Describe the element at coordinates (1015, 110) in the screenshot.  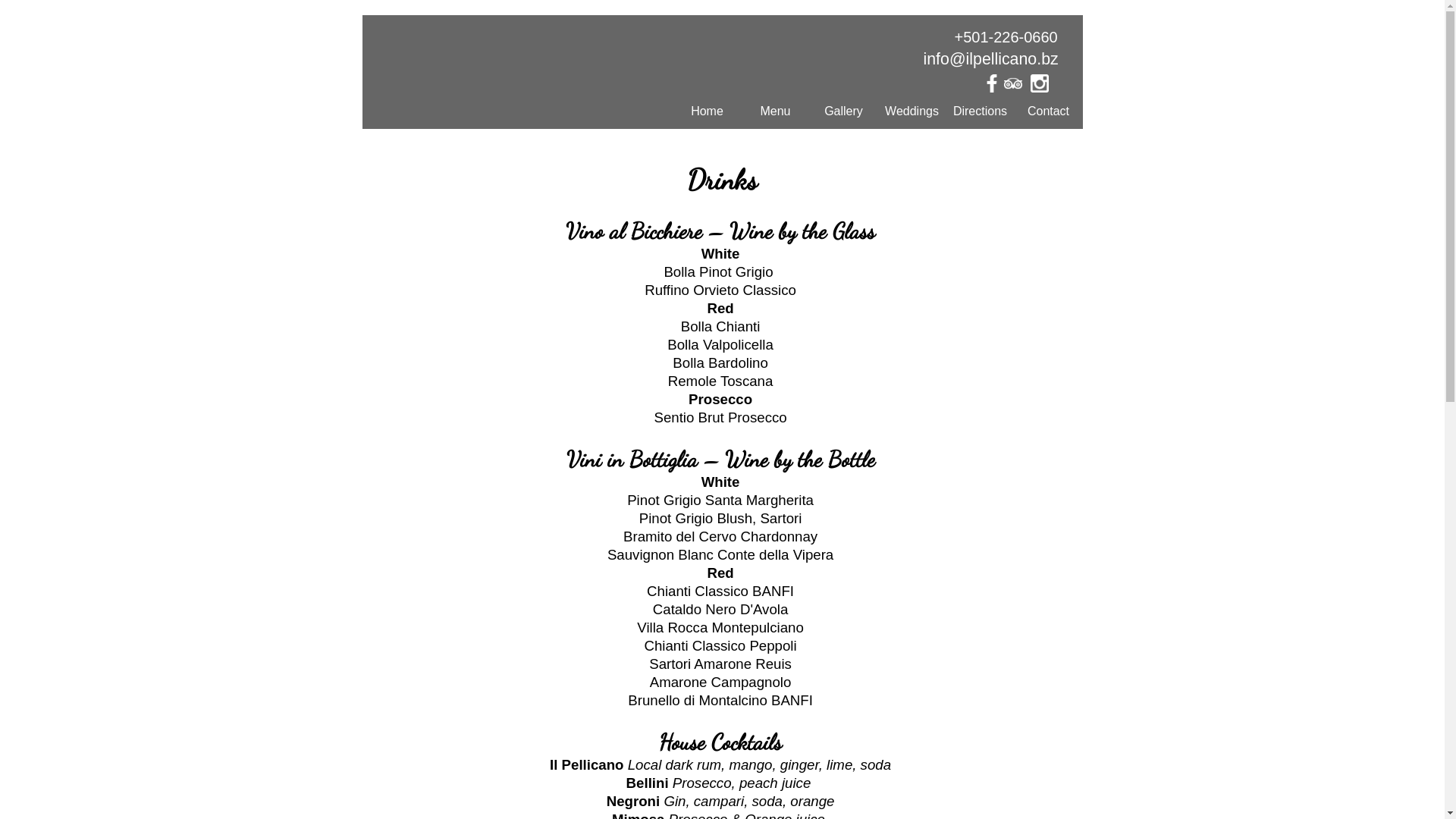
I see `'Contact'` at that location.